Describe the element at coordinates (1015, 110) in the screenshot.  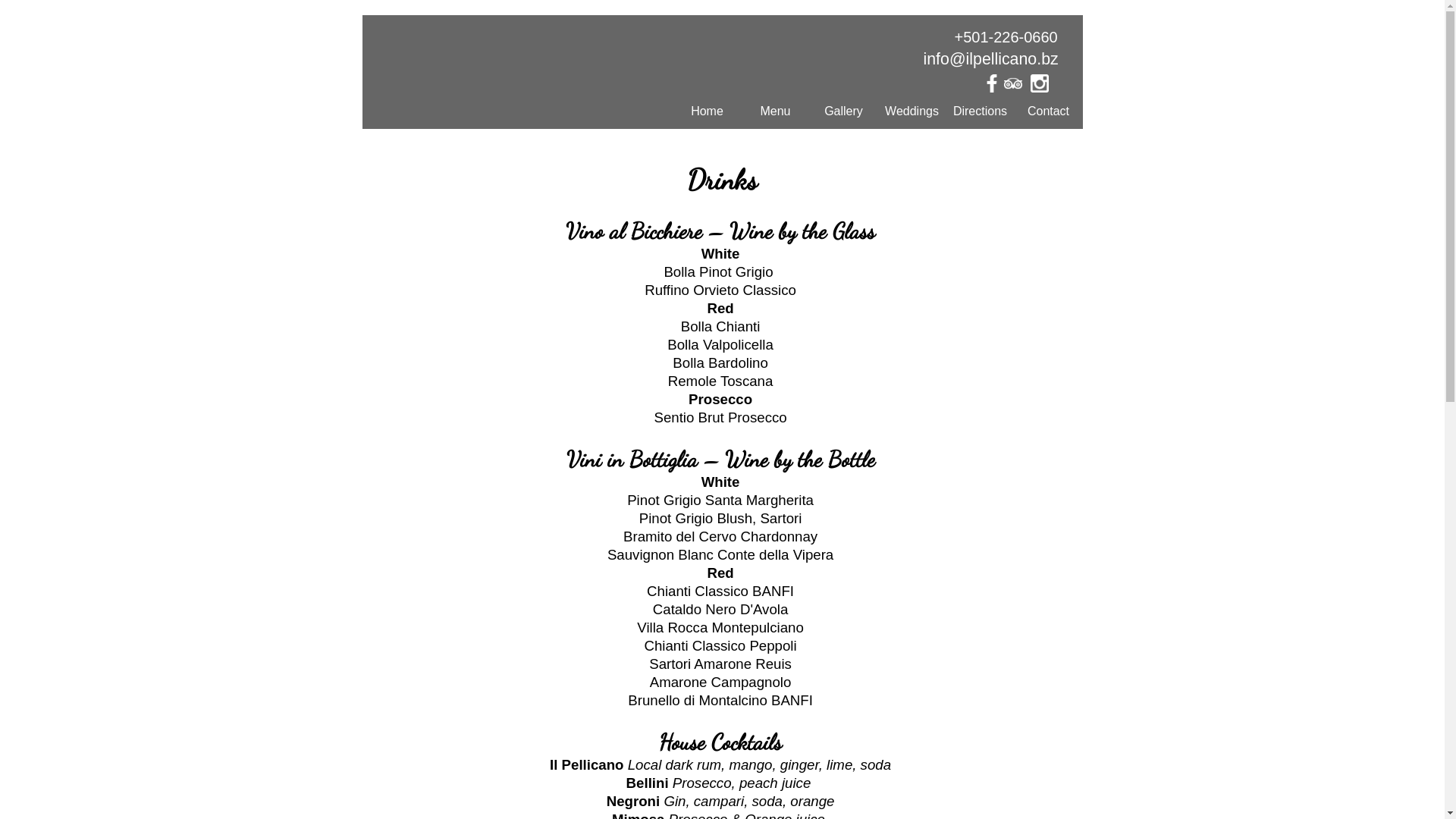
I see `'Contact'` at that location.